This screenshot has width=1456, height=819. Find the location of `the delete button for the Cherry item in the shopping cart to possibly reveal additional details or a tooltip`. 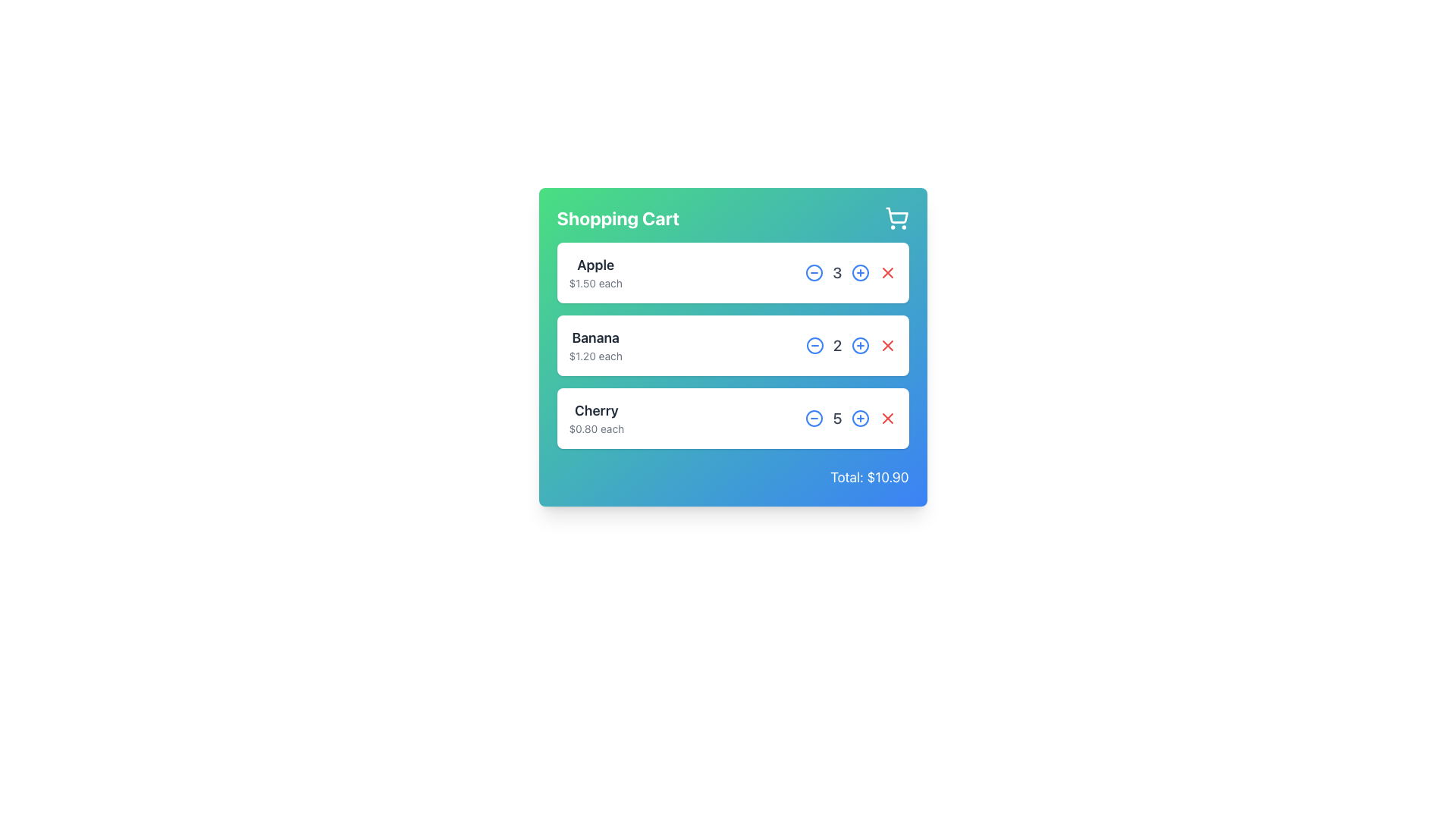

the delete button for the Cherry item in the shopping cart to possibly reveal additional details or a tooltip is located at coordinates (887, 418).